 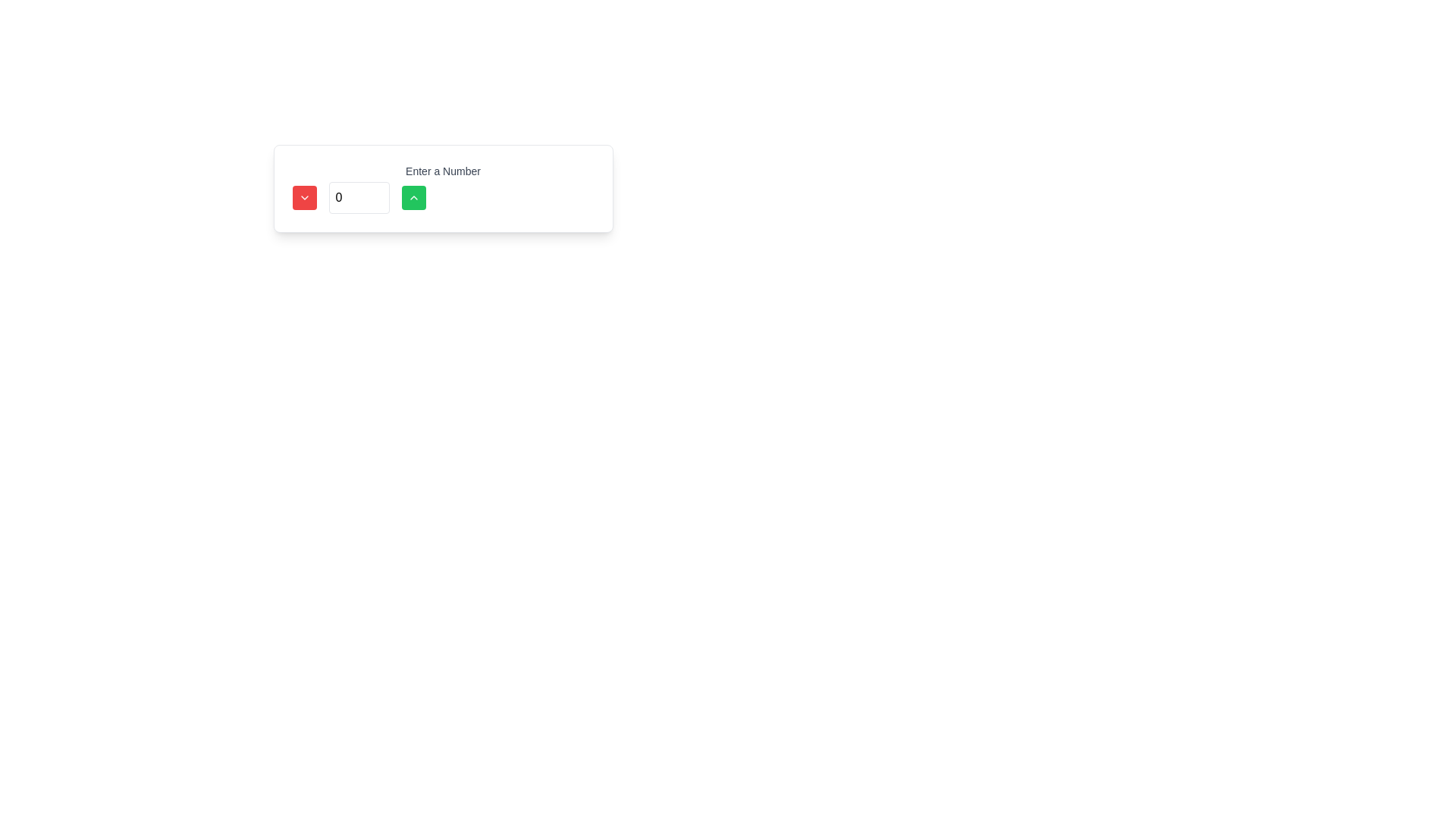 What do you see at coordinates (413, 197) in the screenshot?
I see `the vibrant green square button with rounded corners and a white upward-pointing chevron icon to increment the numeric value` at bounding box center [413, 197].